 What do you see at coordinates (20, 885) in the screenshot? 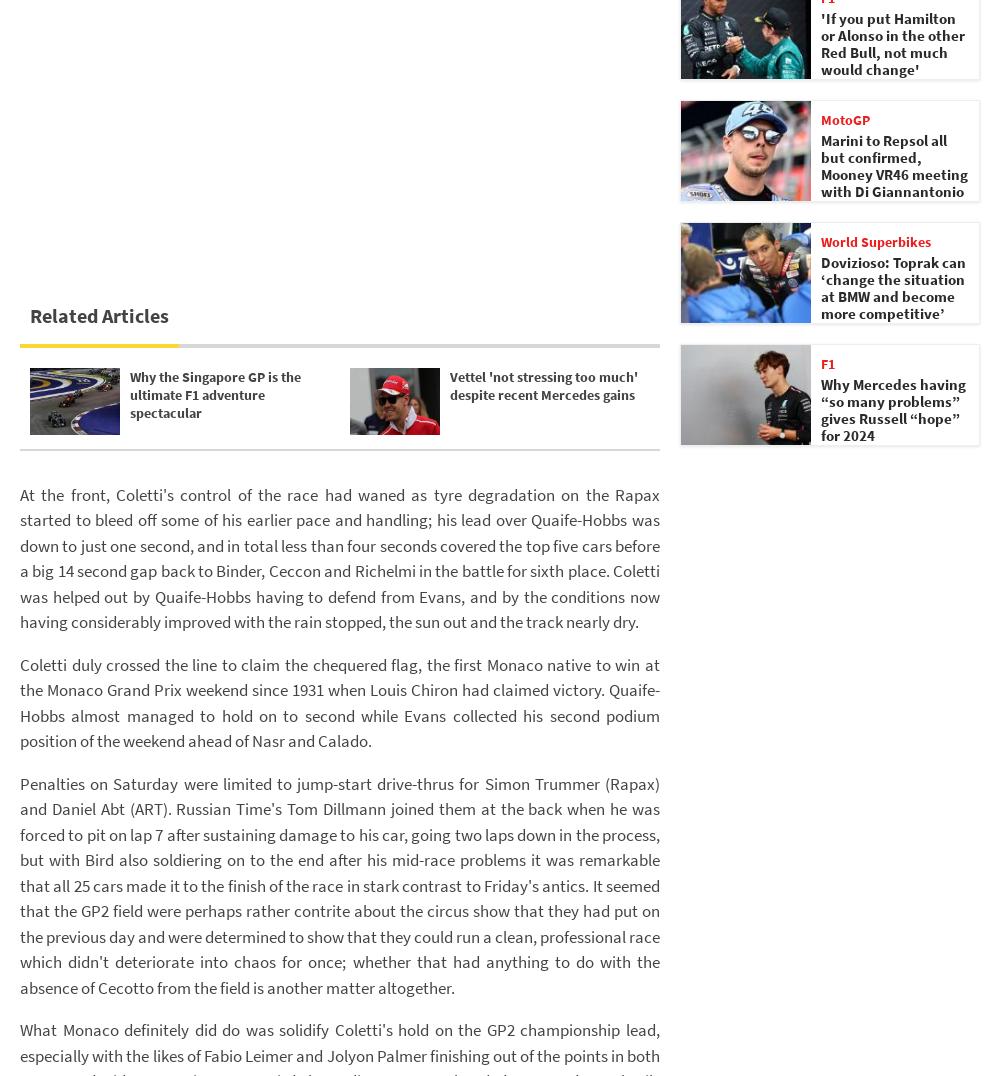
I see `'Penalties on Saturday were limited to jump-start drive-thrus for Simon Trummer (Rapax) and Daniel Abt (ART). Russian Time's Tom Dillmann joined them at the back when he was forced to pit on lap 7 after sustaining damage to his car, going two laps down in the process, but with Bird also soldiering on to the end after his mid-race problems it was remarkable that all 25 cars made it to the finish of the race in stark contrast to Friday's antics. It seemed that the GP2 field were perhaps rather contrite about the circus show that they had put on the previous day and were determined to show that they could run a clean, professional race which didn't deteriorate into chaos for once; whether that had anything to do with the absence of Cecotto from the field is another matter altogether.'` at bounding box center [20, 885].